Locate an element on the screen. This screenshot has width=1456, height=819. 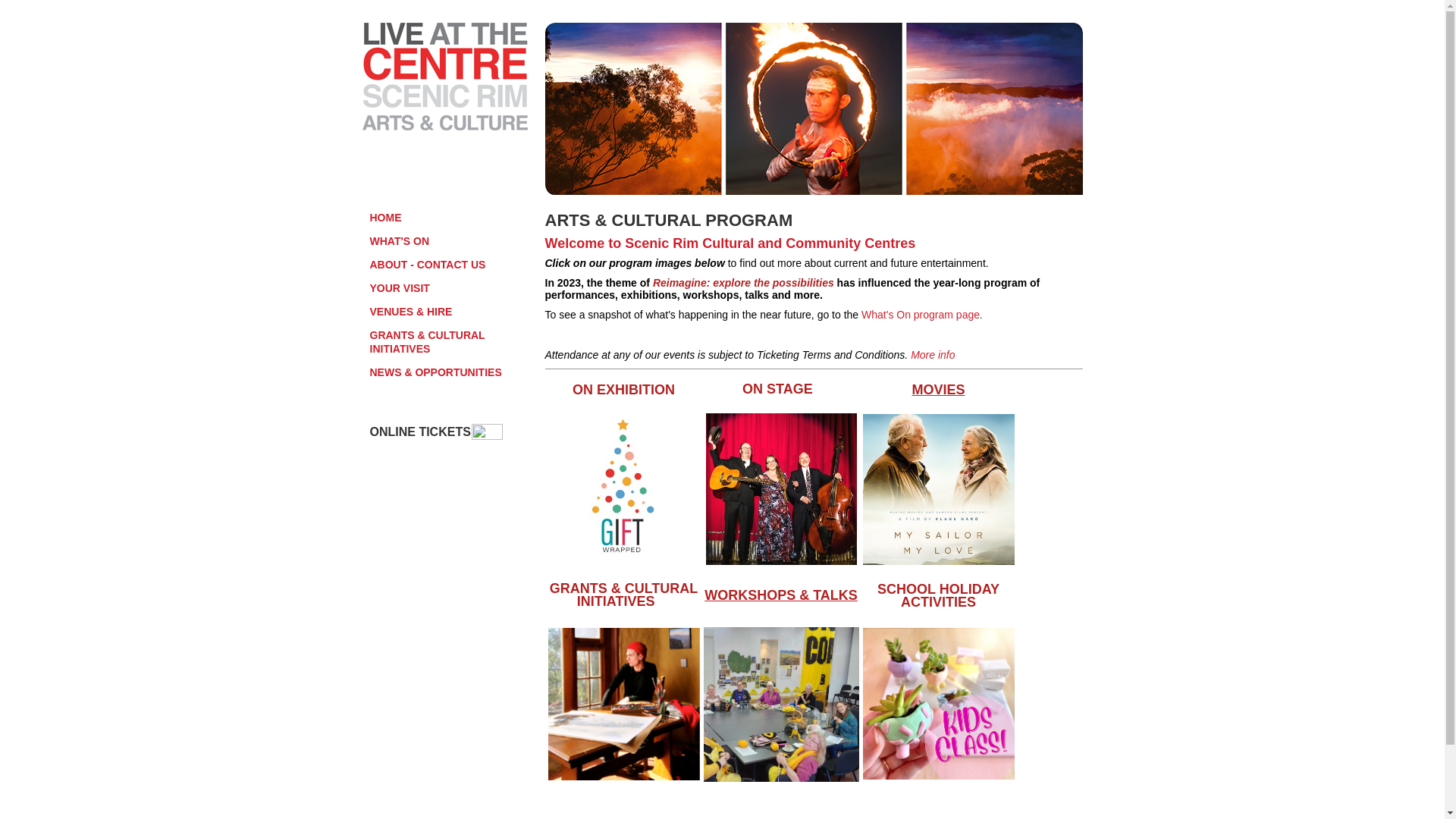
'ON STAGE ' is located at coordinates (779, 388).